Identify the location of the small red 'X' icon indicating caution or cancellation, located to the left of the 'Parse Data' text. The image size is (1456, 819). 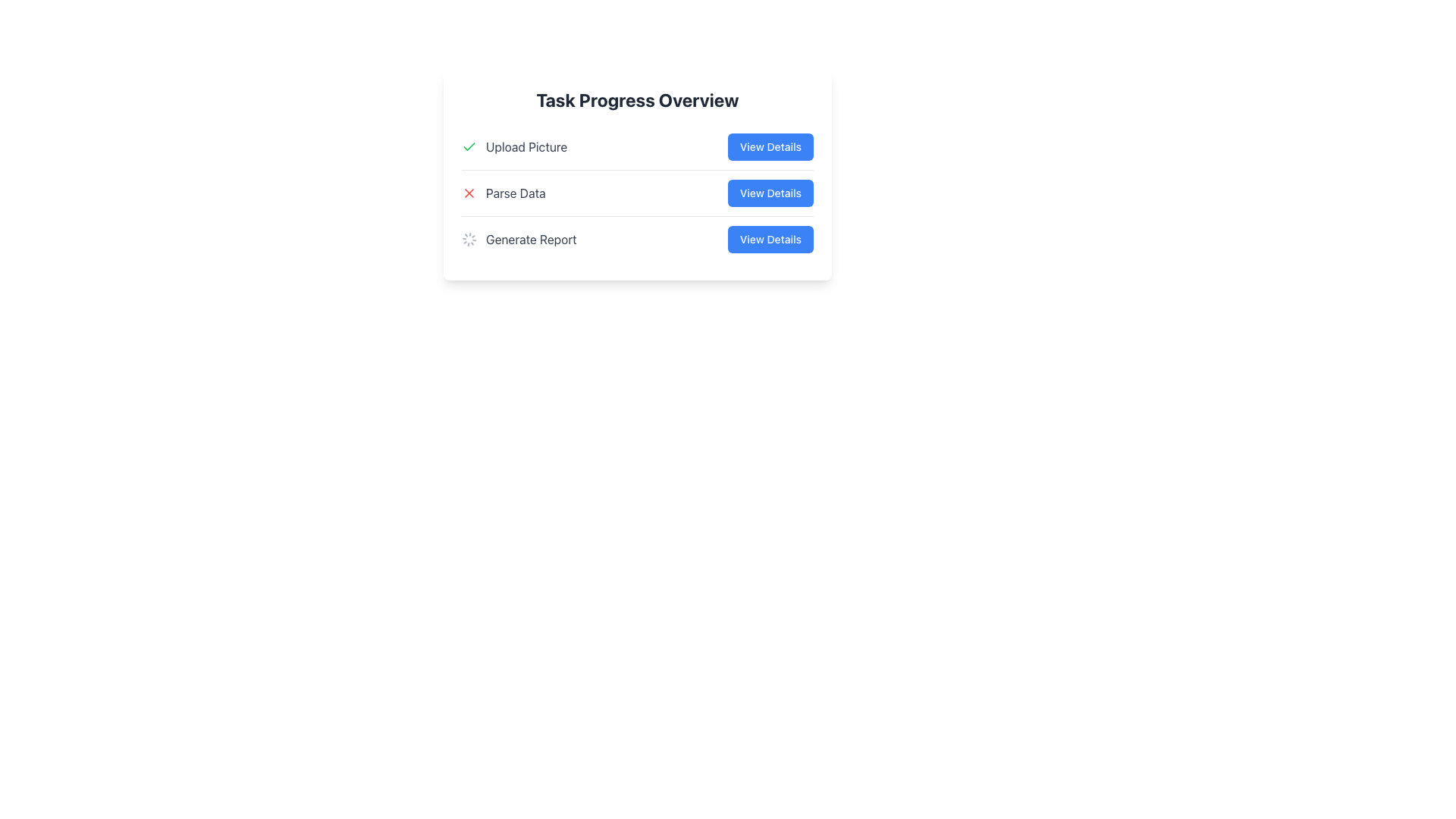
(469, 192).